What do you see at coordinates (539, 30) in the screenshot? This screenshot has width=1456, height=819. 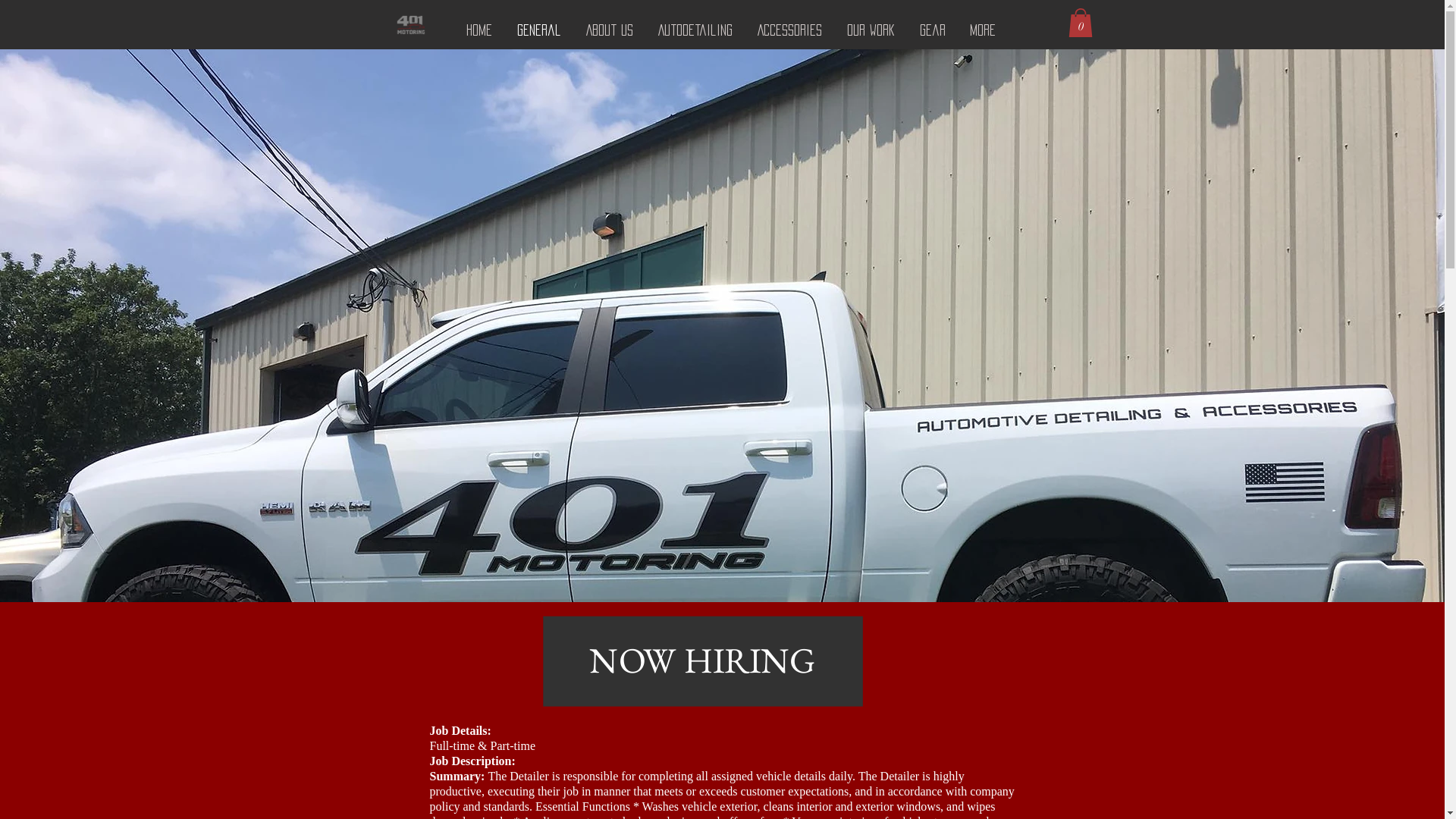 I see `'General'` at bounding box center [539, 30].